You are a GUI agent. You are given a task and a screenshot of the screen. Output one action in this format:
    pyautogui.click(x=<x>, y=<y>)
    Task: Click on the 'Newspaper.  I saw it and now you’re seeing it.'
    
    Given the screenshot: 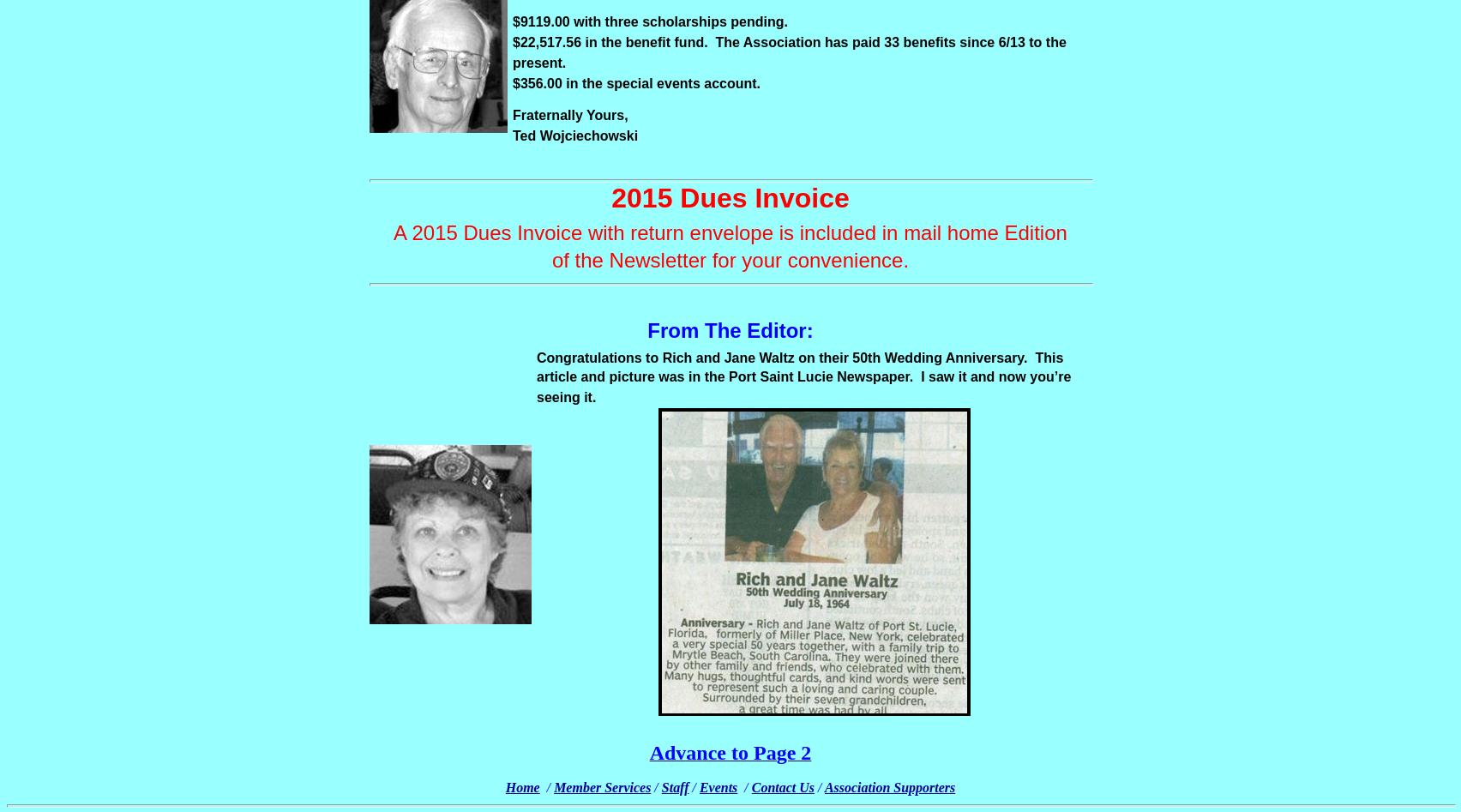 What is the action you would take?
    pyautogui.click(x=803, y=387)
    